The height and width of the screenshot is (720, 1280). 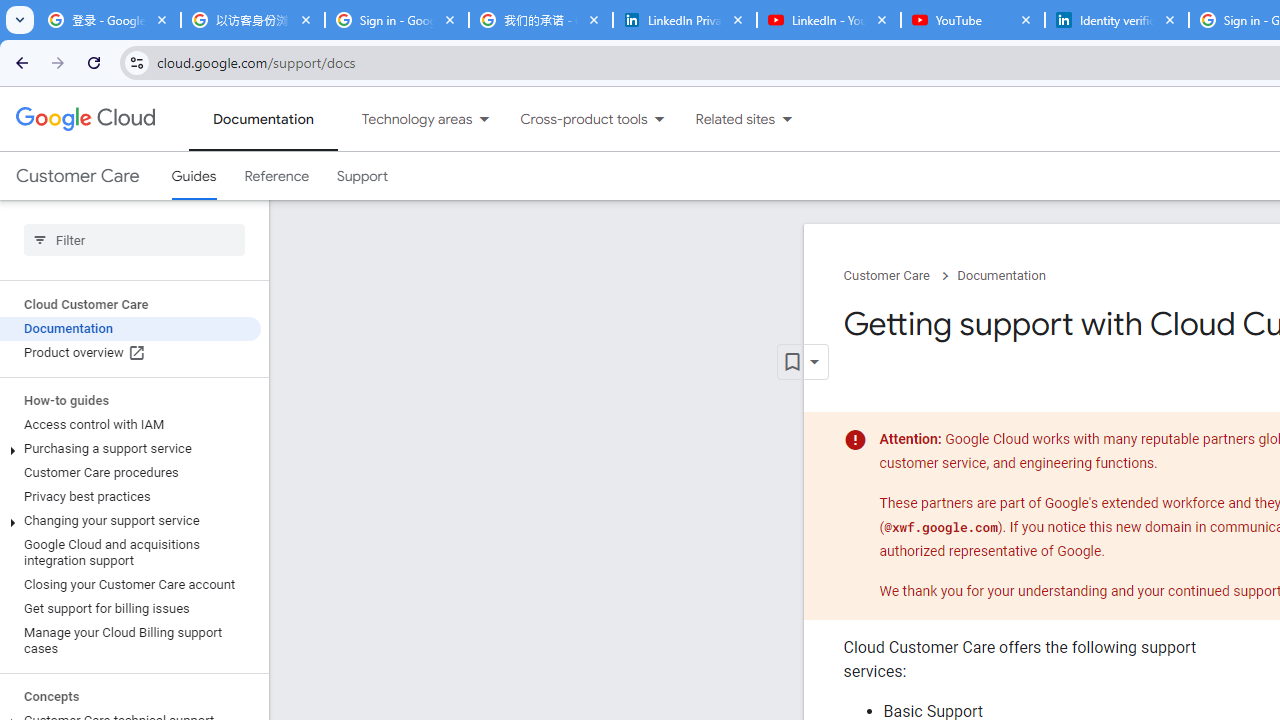 What do you see at coordinates (684, 20) in the screenshot?
I see `'LinkedIn Privacy Policy'` at bounding box center [684, 20].